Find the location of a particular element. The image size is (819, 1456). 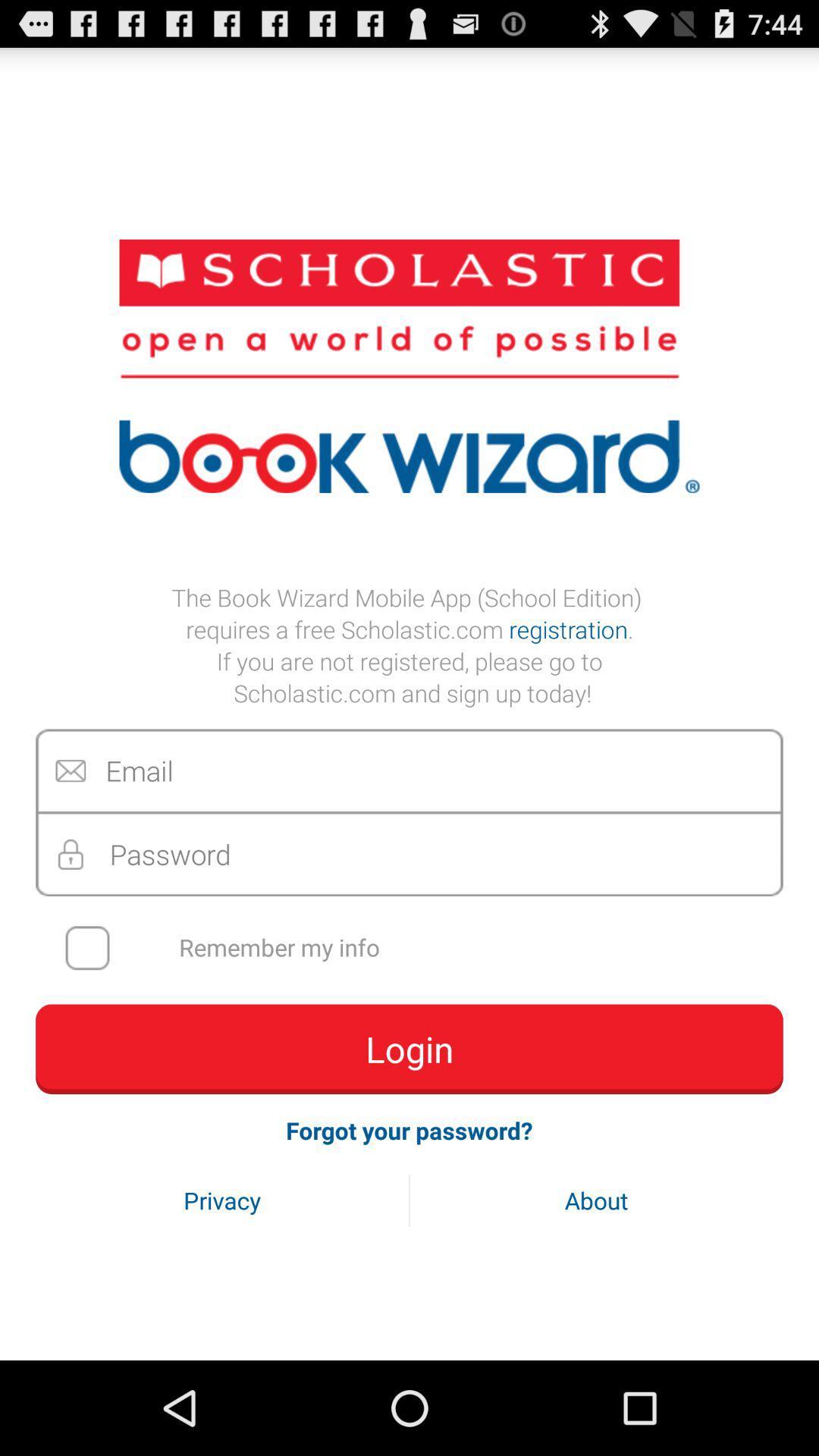

privacy item is located at coordinates (222, 1200).